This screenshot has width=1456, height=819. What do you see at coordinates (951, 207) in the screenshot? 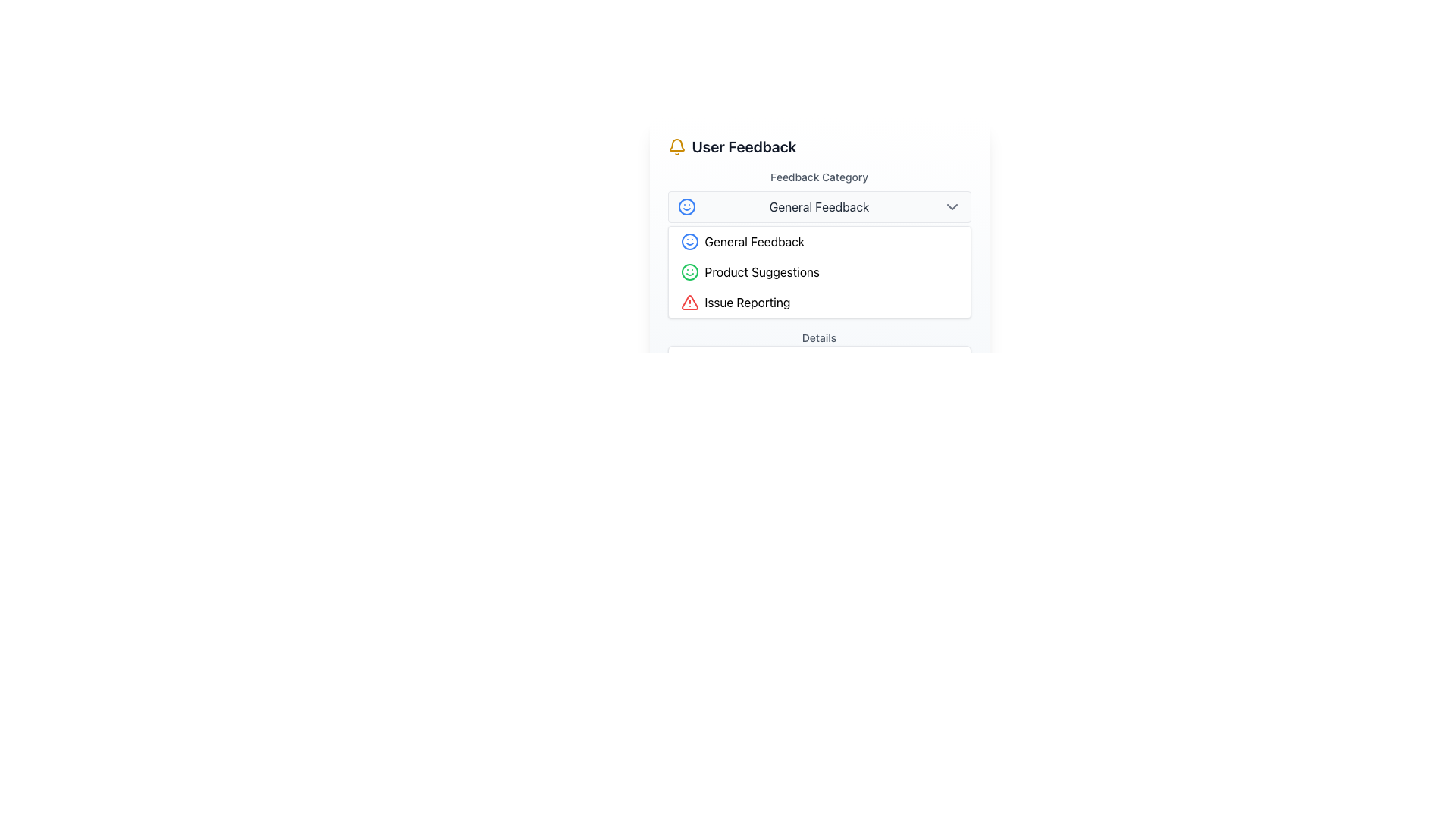
I see `the downward-pointing gray chevron icon located to the right of the 'General Feedback' text within the dropdown menu trigger` at bounding box center [951, 207].